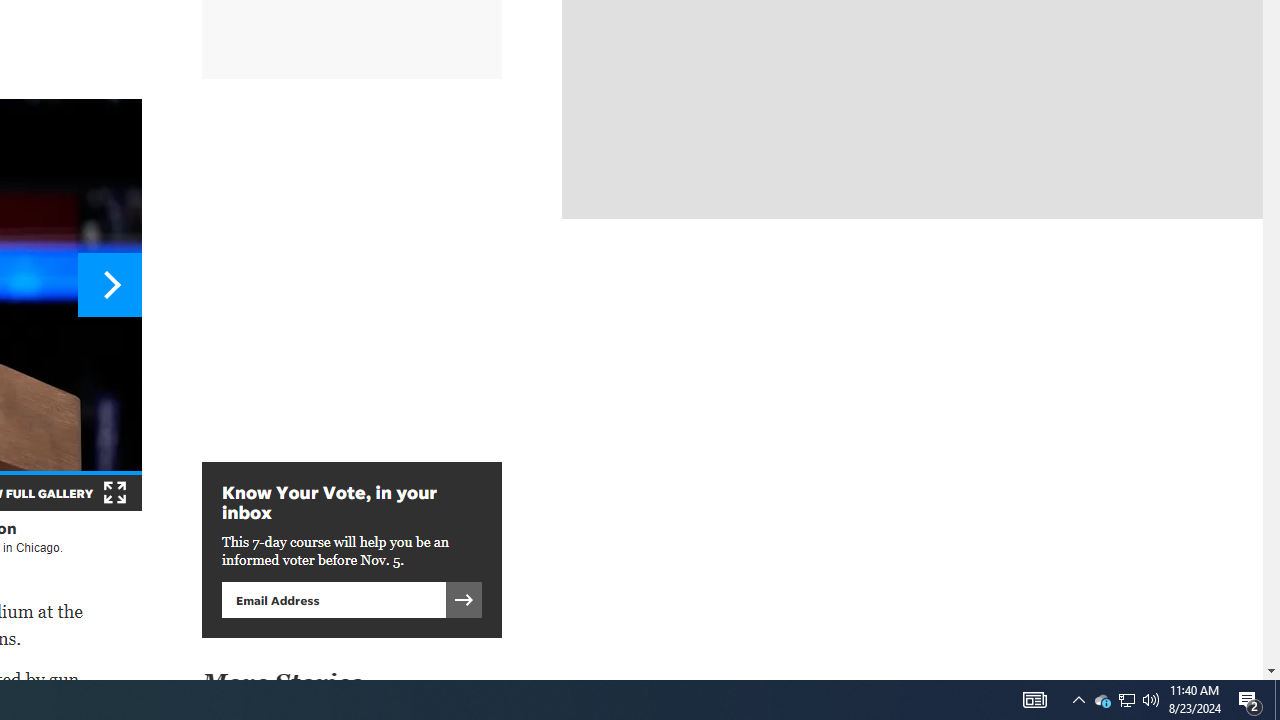 The width and height of the screenshot is (1280, 720). I want to click on 'Email address', so click(333, 598).